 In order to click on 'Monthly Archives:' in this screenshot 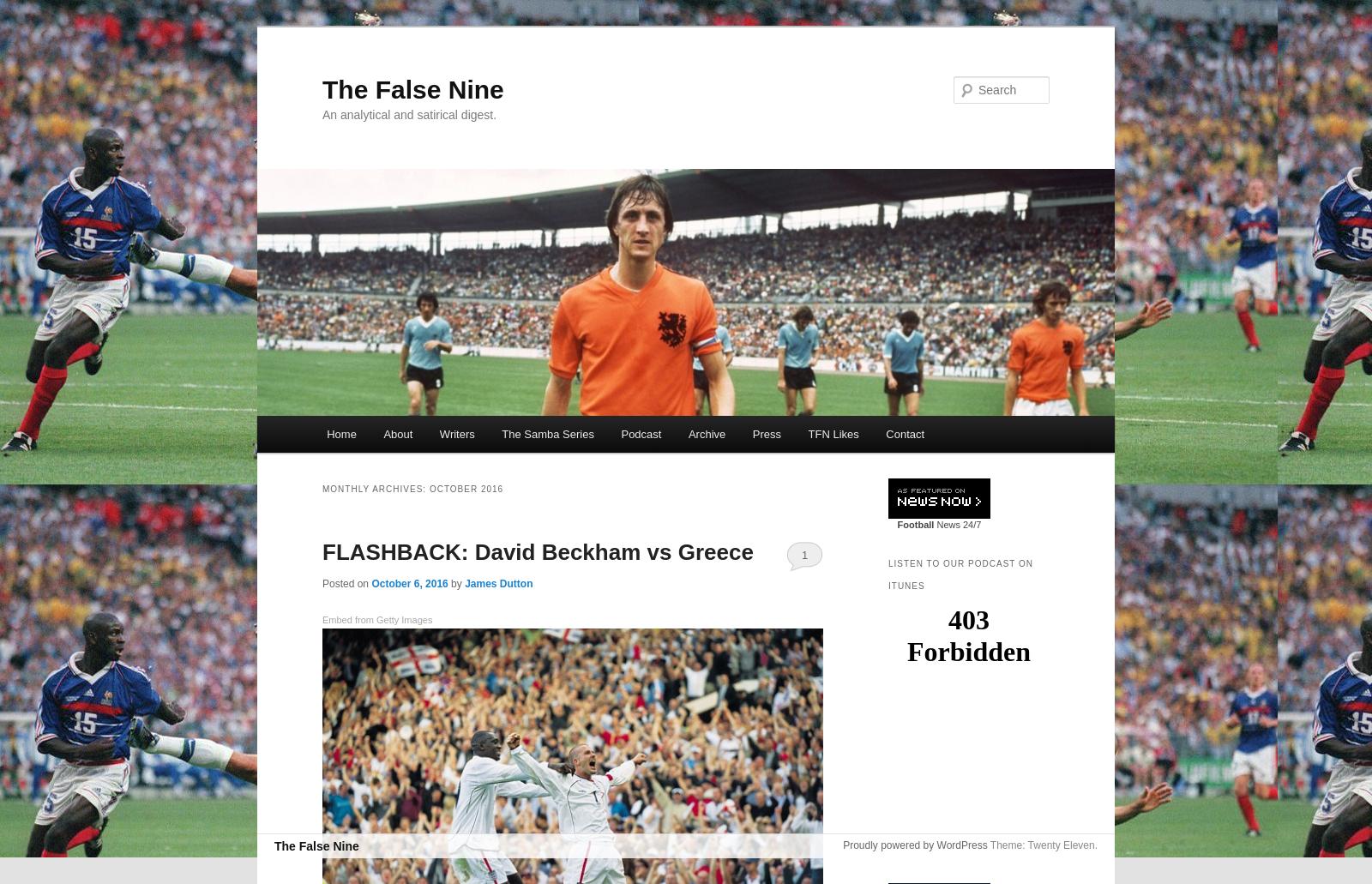, I will do `click(374, 488)`.